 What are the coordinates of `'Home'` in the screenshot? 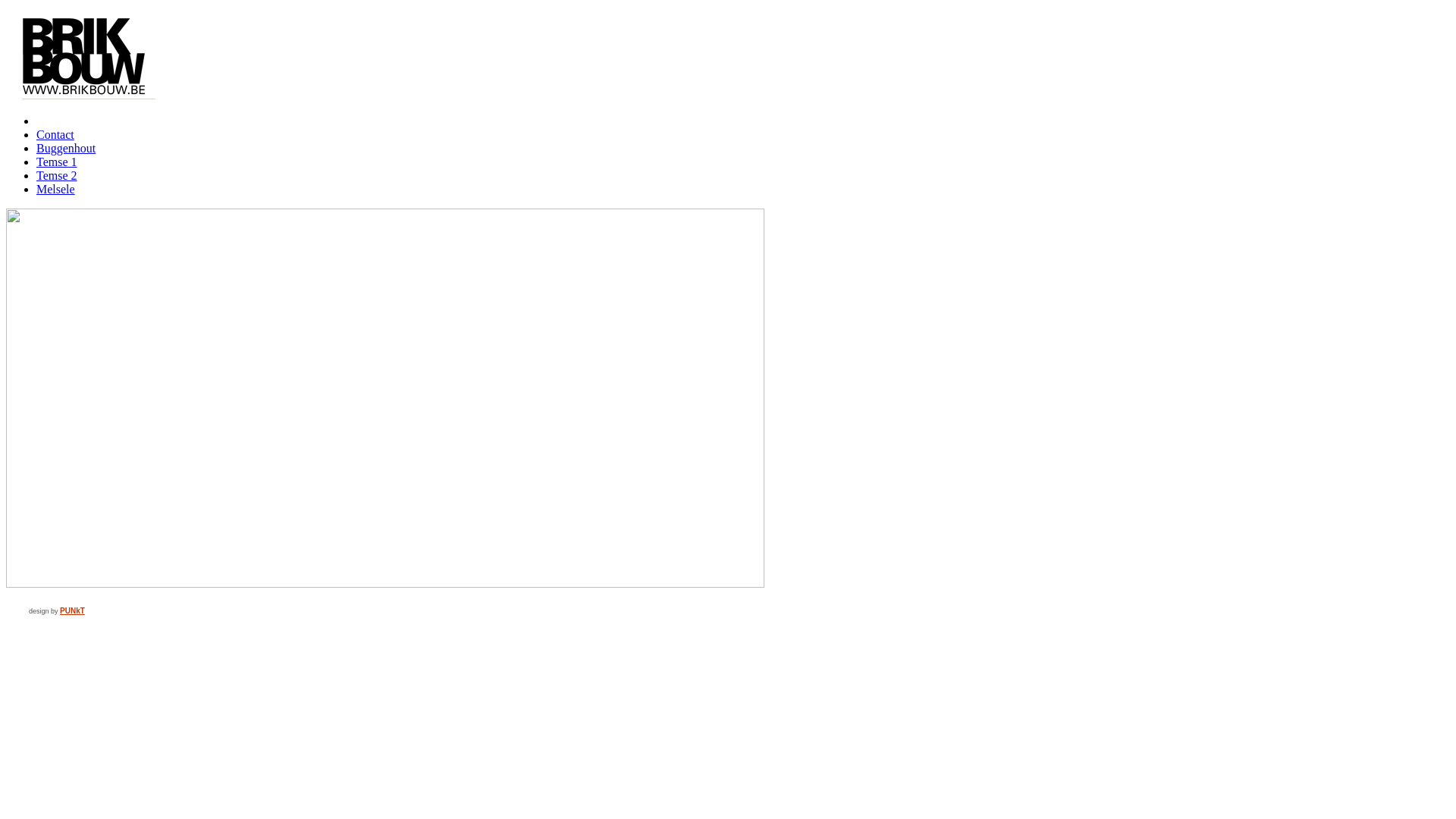 It's located at (36, 120).